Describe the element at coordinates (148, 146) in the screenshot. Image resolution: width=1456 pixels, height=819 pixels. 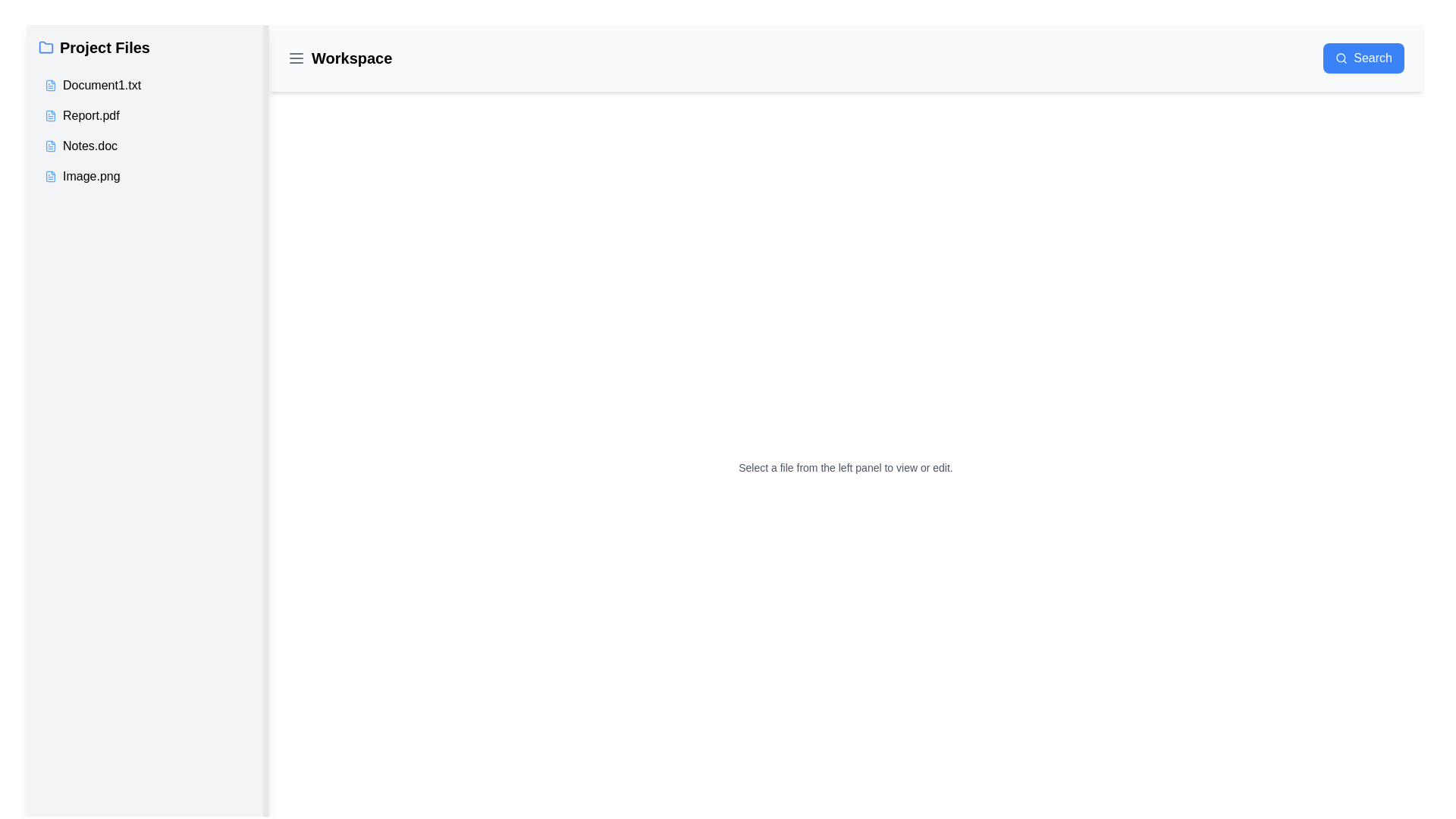
I see `the List item representing the file 'Notes.doc'` at that location.